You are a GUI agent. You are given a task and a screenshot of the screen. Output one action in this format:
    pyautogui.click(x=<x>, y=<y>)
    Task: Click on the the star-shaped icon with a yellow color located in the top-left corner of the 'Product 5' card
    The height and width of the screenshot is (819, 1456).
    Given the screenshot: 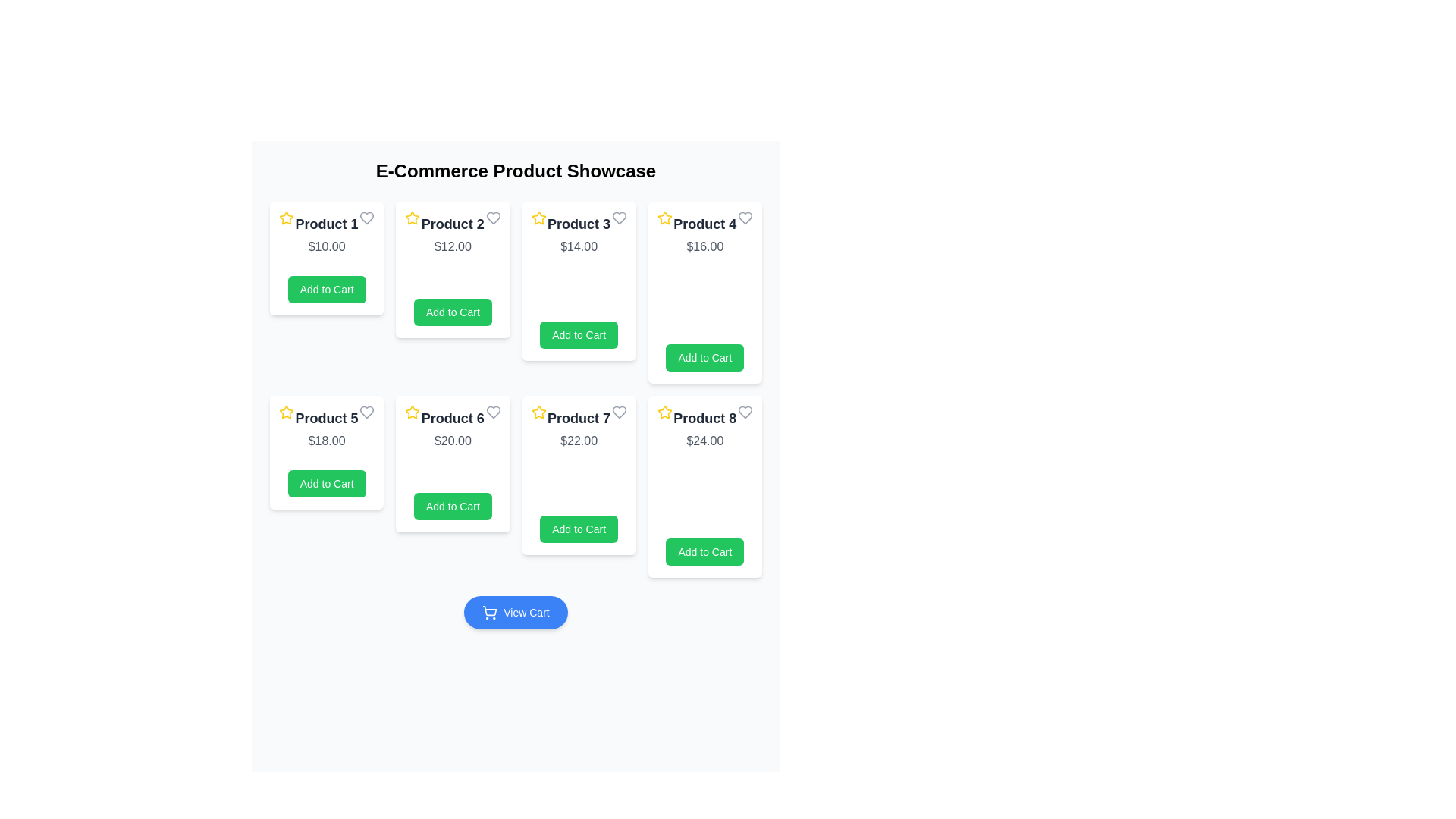 What is the action you would take?
    pyautogui.click(x=287, y=412)
    